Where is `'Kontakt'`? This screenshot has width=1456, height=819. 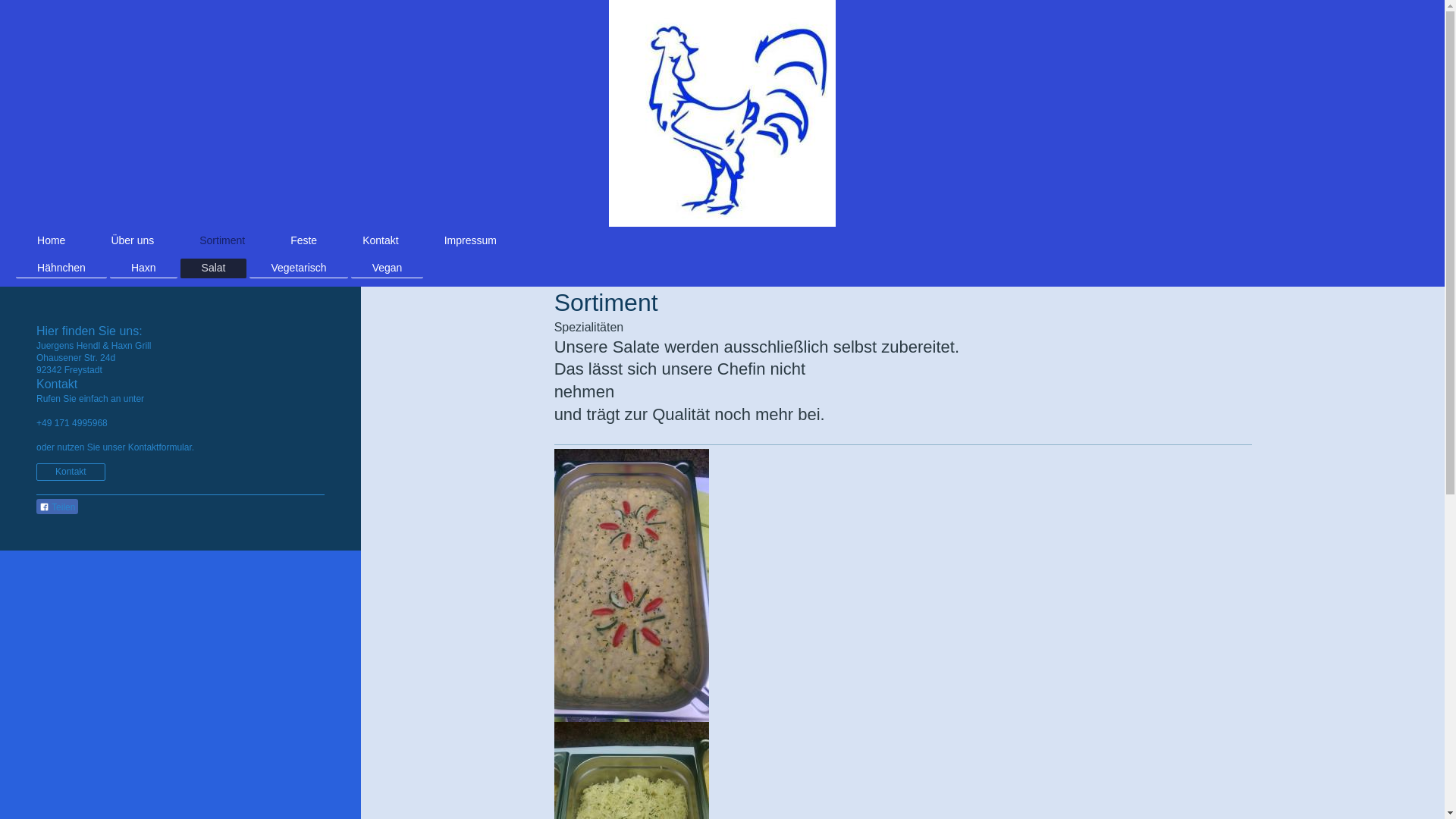
'Kontakt' is located at coordinates (70, 471).